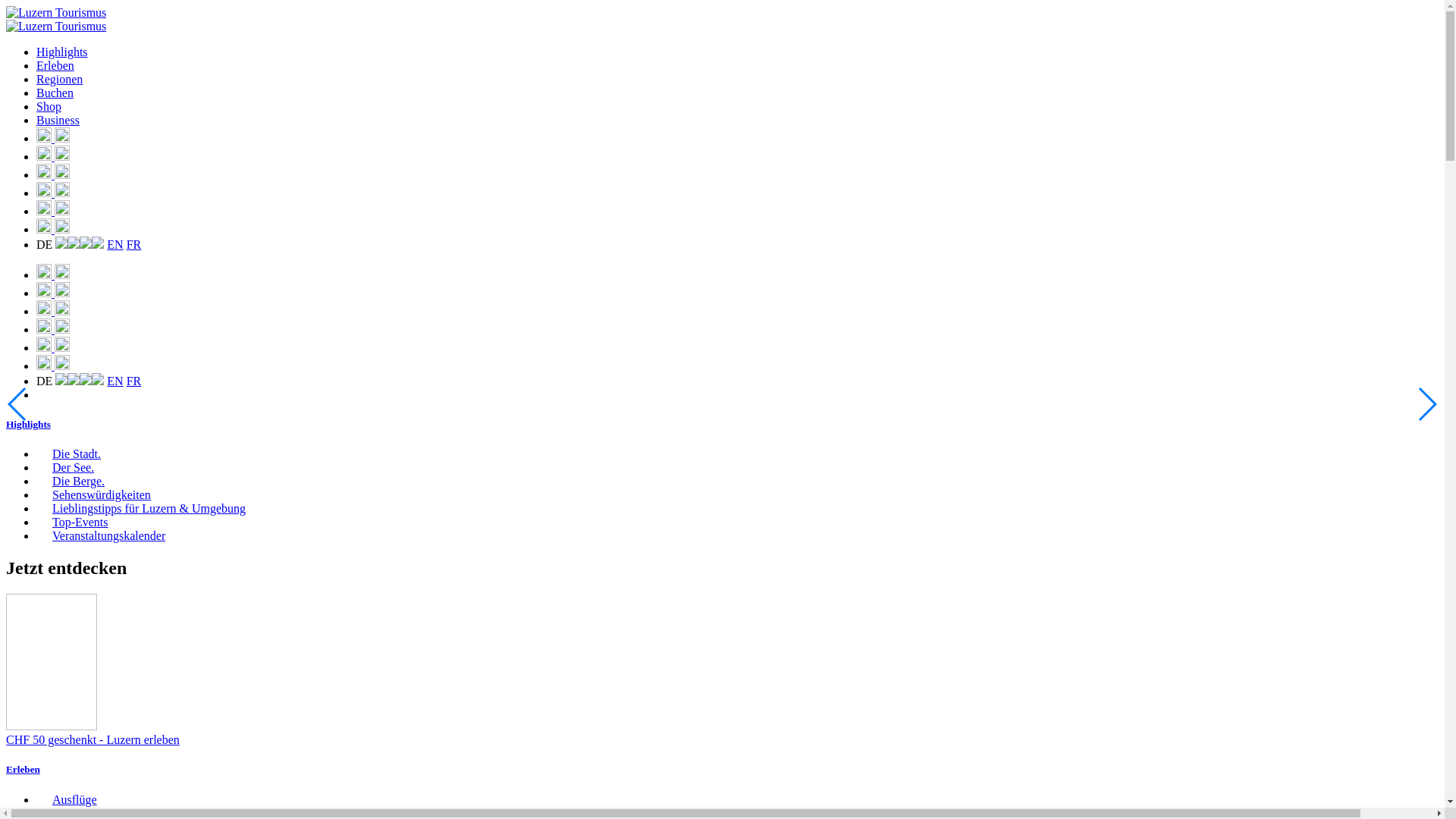 Image resolution: width=1456 pixels, height=819 pixels. What do you see at coordinates (59, 79) in the screenshot?
I see `'Regionen'` at bounding box center [59, 79].